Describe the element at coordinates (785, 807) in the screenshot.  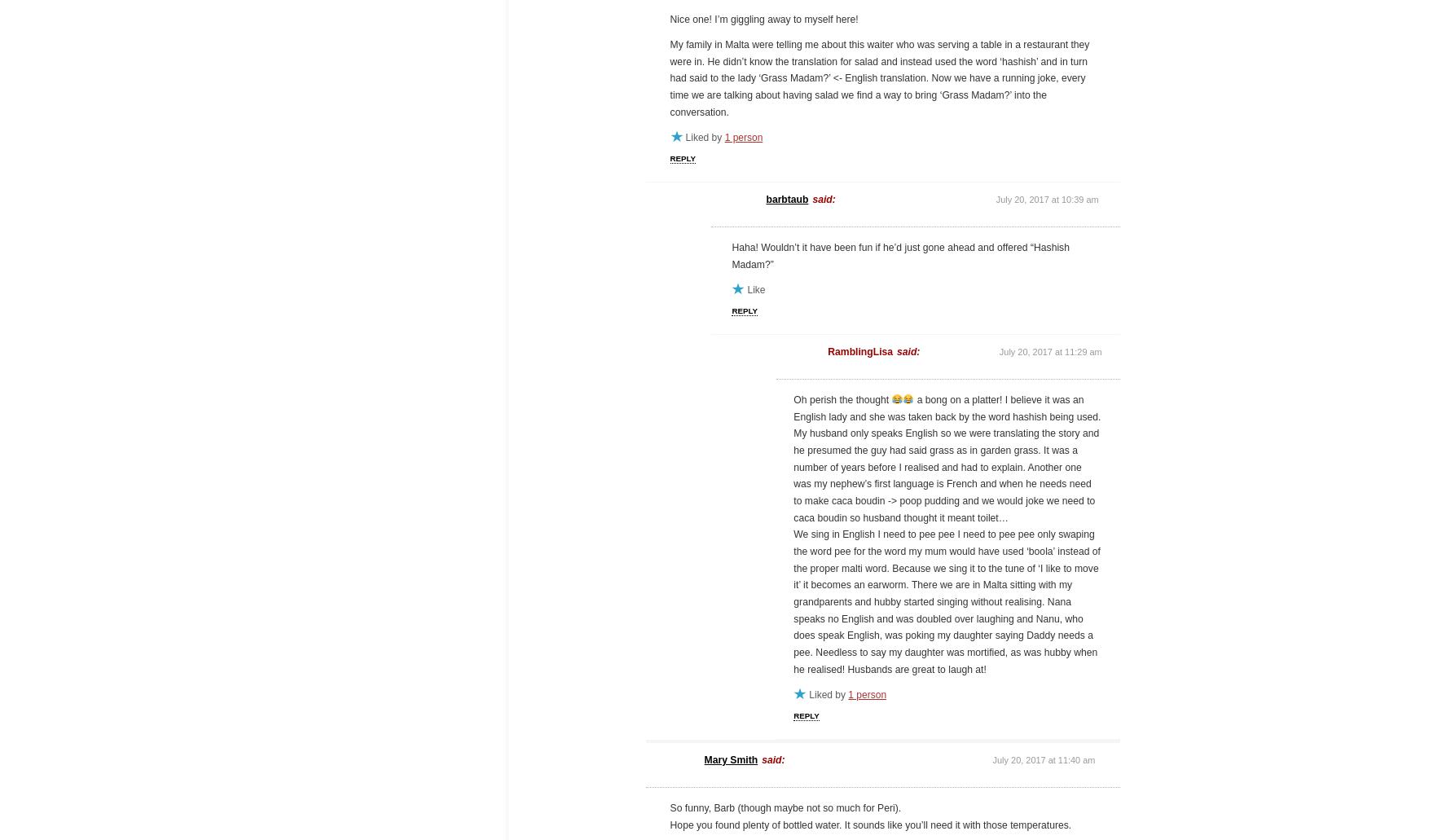
I see `'So funny, Barb (though maybe not so much for Peri).'` at that location.